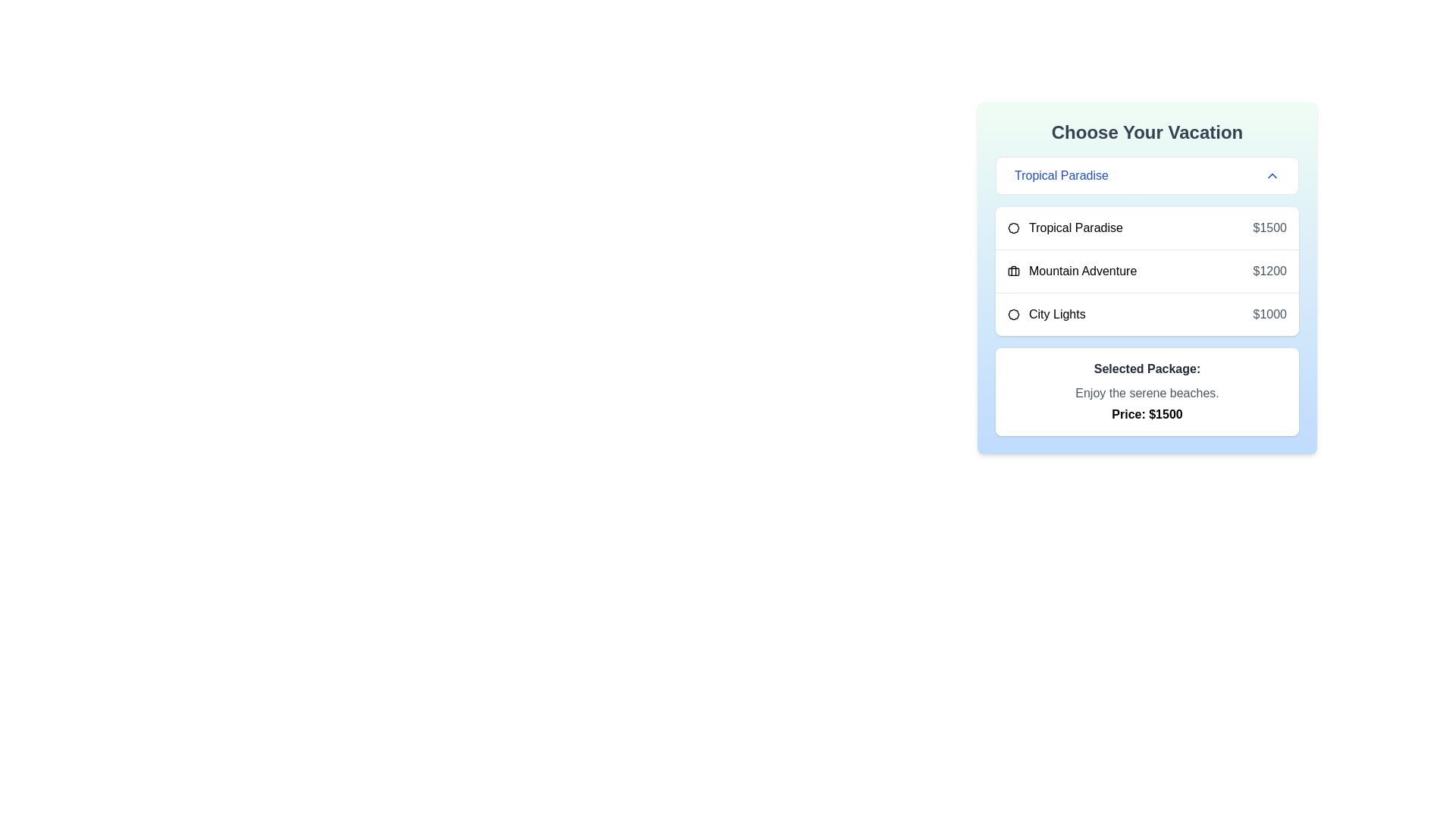 The width and height of the screenshot is (1456, 819). I want to click on the third selectable vacation package option labeled under 'Choose Your Vacation', which is positioned between 'Mountain Adventure' and the price '$1000', so click(1046, 314).